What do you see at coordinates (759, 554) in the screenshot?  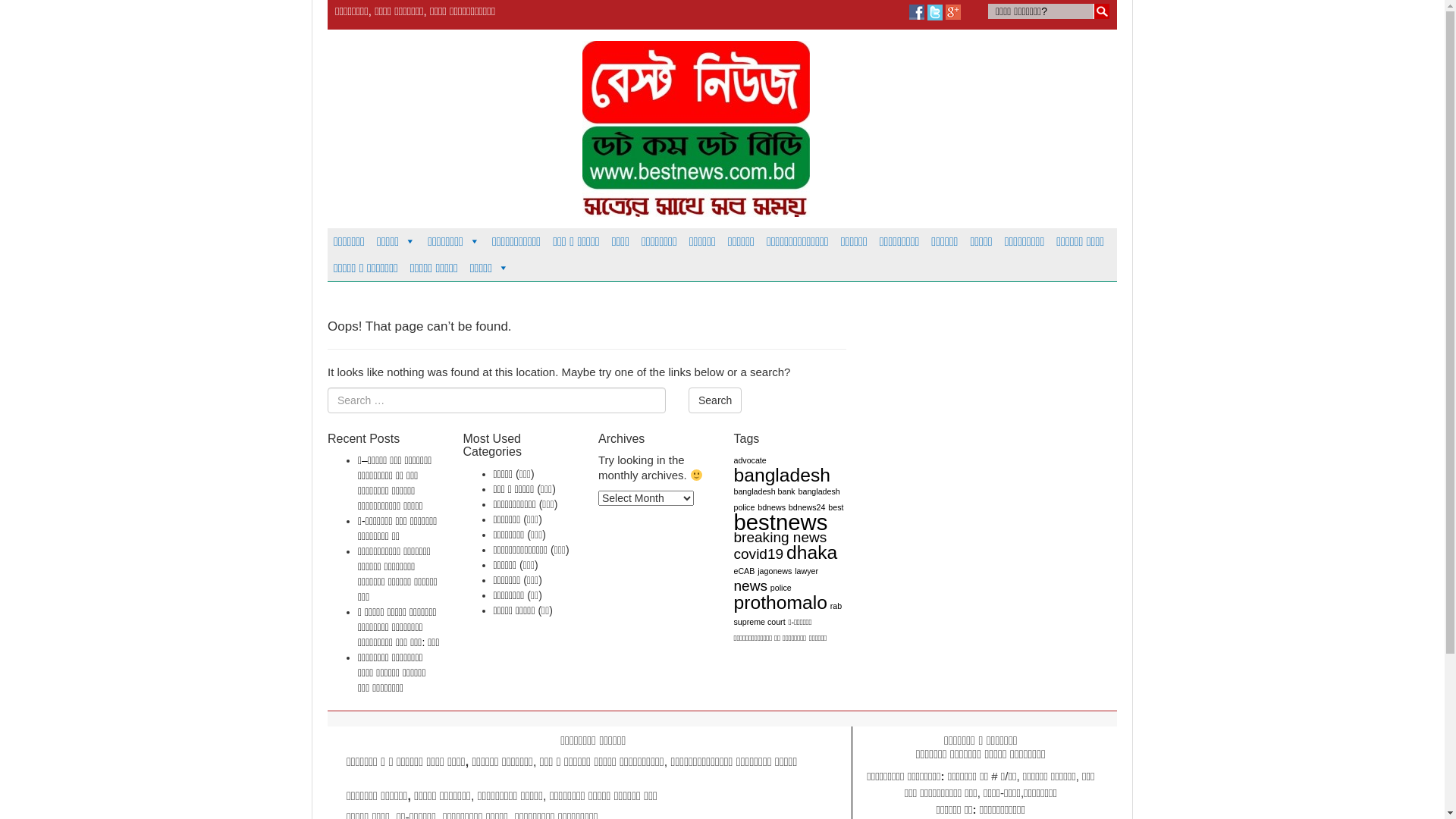 I see `'covid19'` at bounding box center [759, 554].